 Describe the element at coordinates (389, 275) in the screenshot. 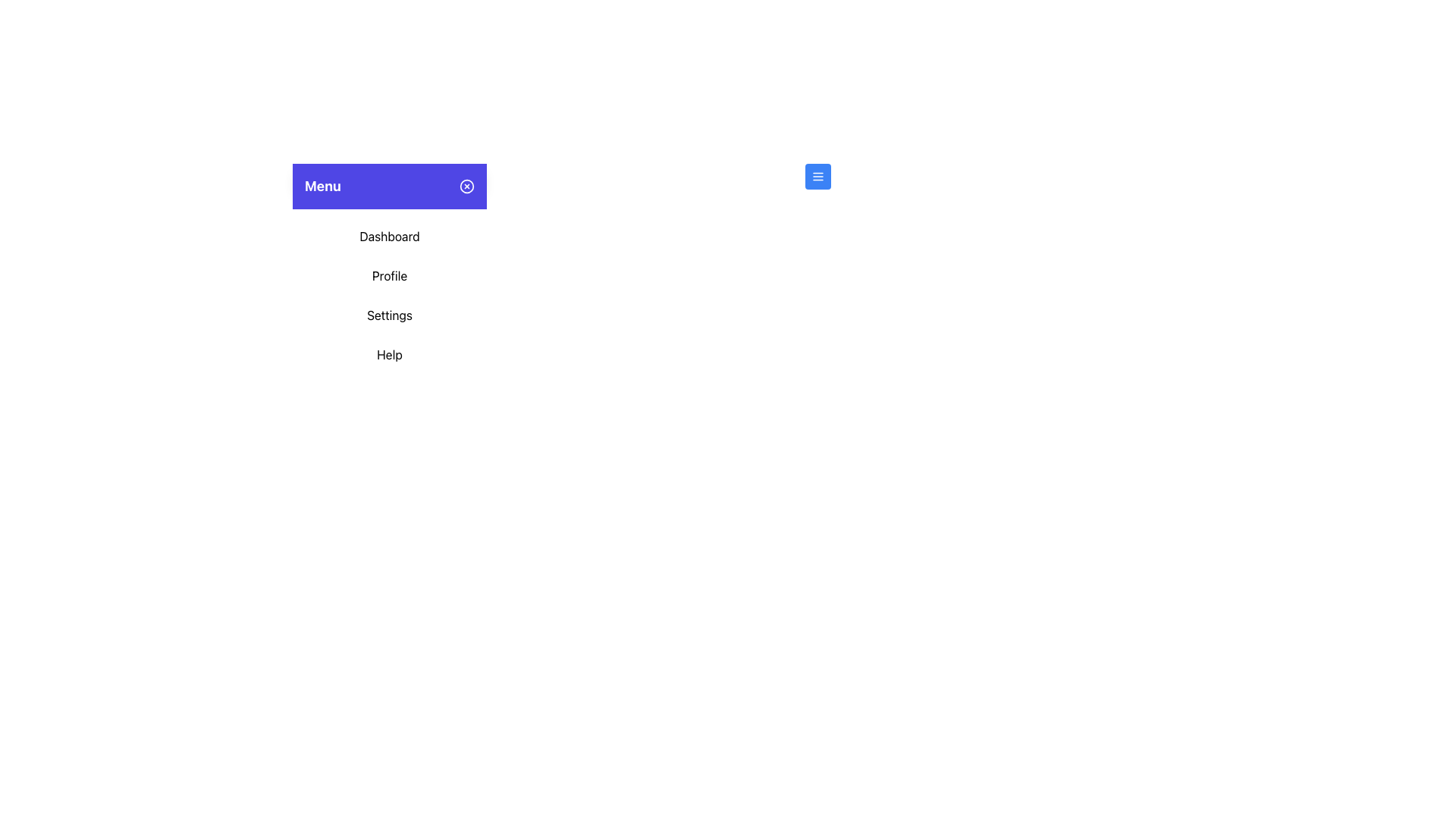

I see `the 'Profile' button, which is the second item in the vertical menu list, styled with a clean sans-serif font and a hover state that changes the background color to light indigo` at that location.